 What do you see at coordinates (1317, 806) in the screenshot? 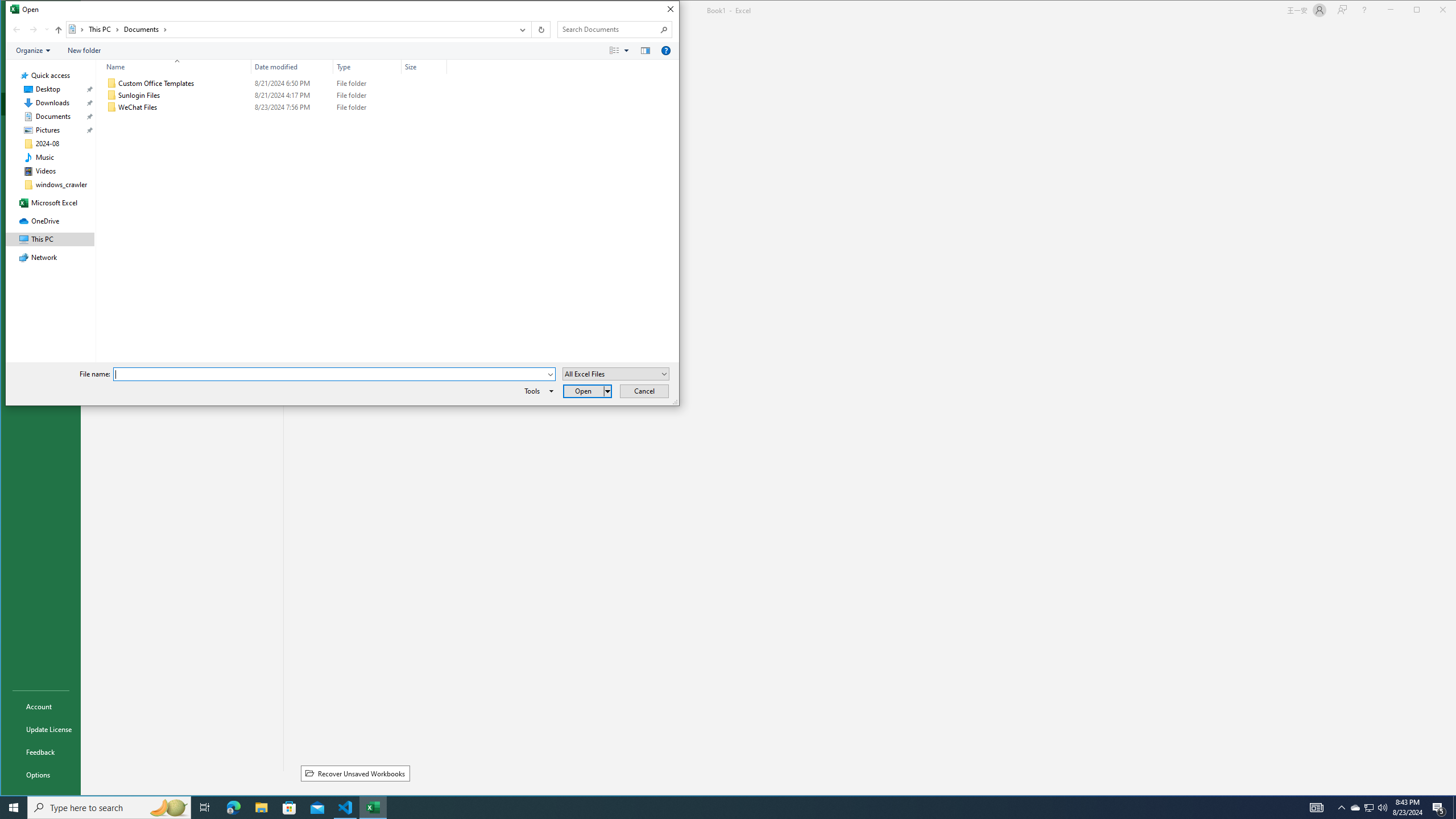
I see `'AutomationID: 4105'` at bounding box center [1317, 806].